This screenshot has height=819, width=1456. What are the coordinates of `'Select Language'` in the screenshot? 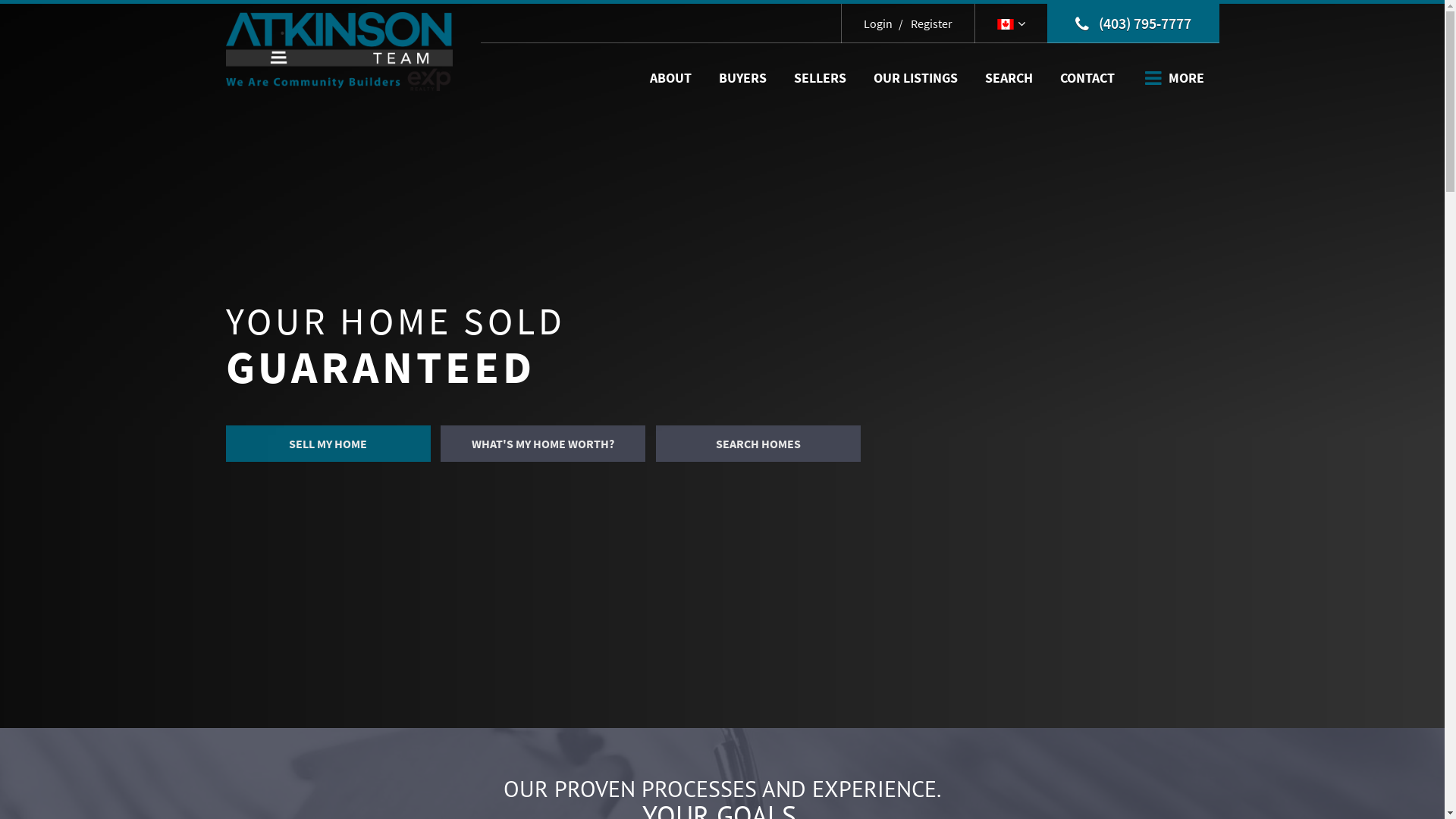 It's located at (1011, 23).